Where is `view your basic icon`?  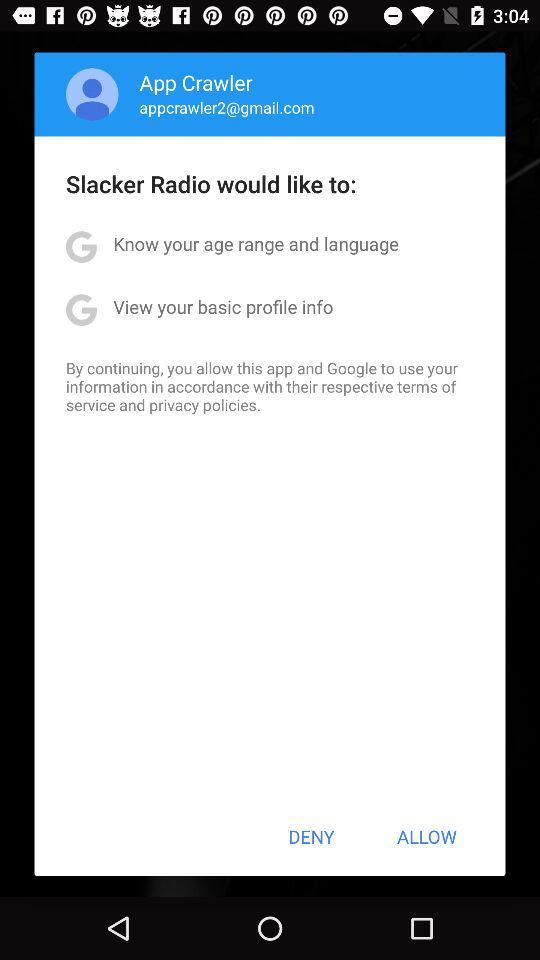
view your basic icon is located at coordinates (222, 306).